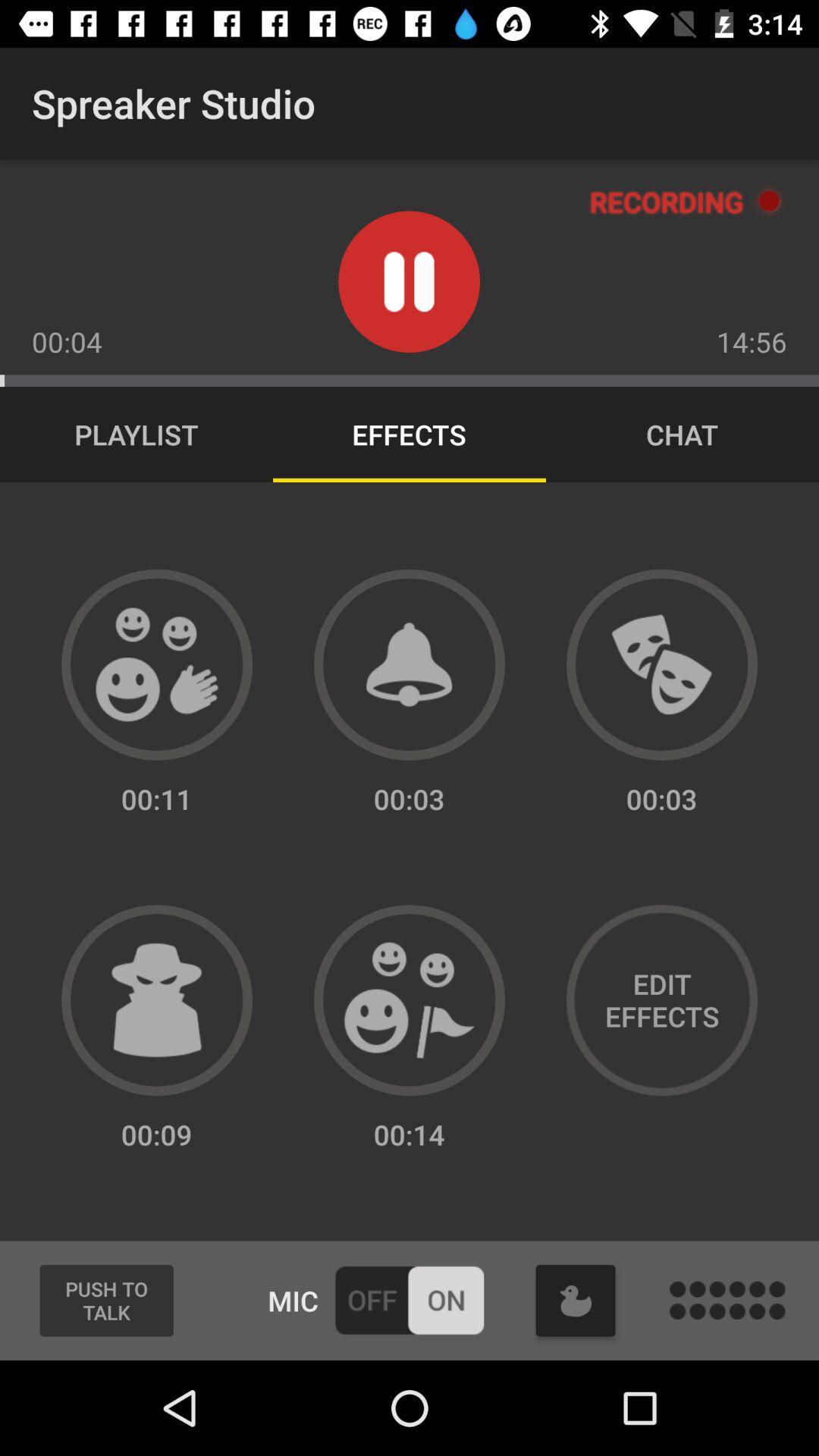 Image resolution: width=819 pixels, height=1456 pixels. What do you see at coordinates (409, 664) in the screenshot?
I see `incorporate a bell-ringing sound` at bounding box center [409, 664].